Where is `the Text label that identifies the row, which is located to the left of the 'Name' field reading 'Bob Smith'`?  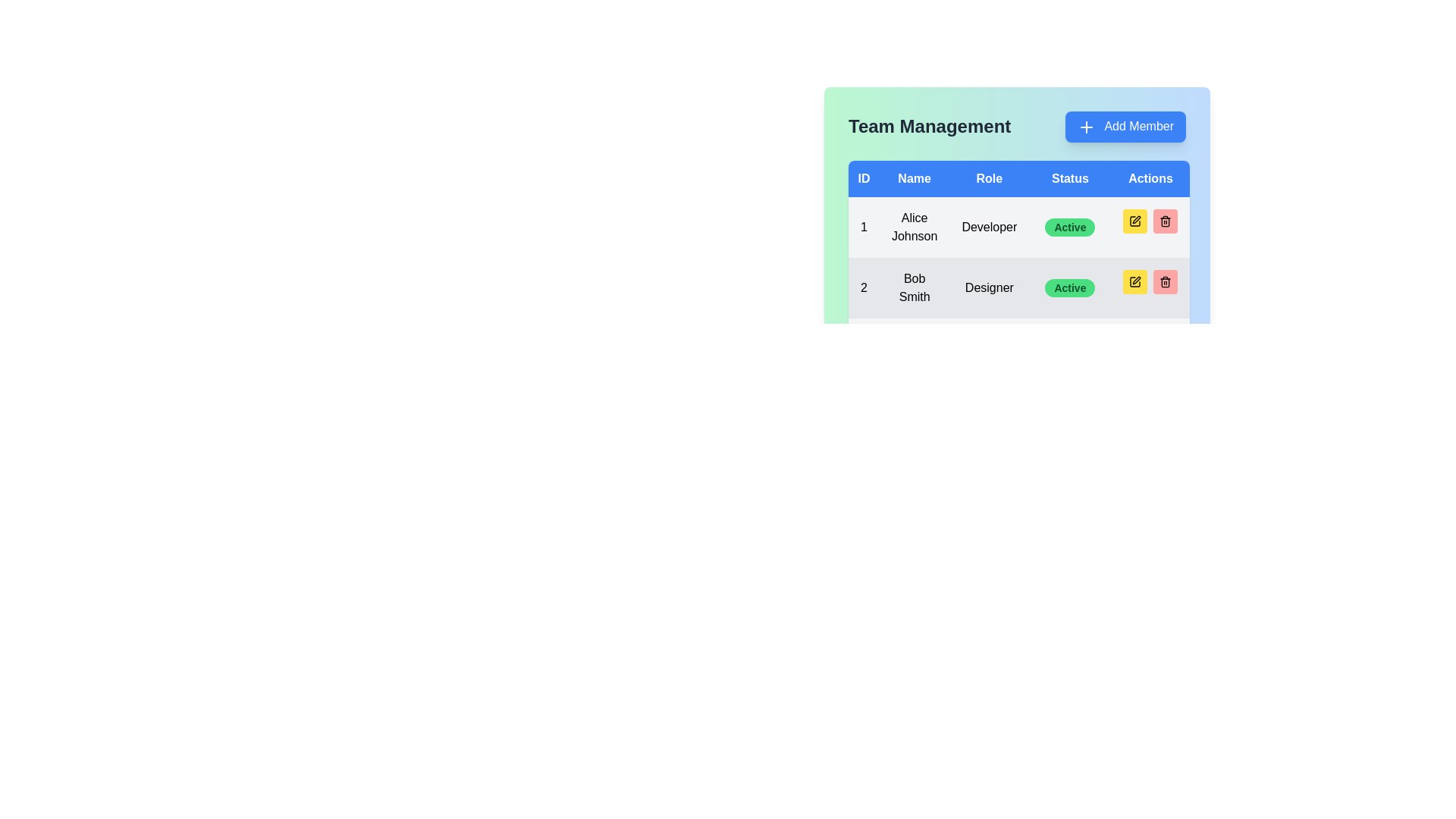 the Text label that identifies the row, which is located to the left of the 'Name' field reading 'Bob Smith' is located at coordinates (864, 287).